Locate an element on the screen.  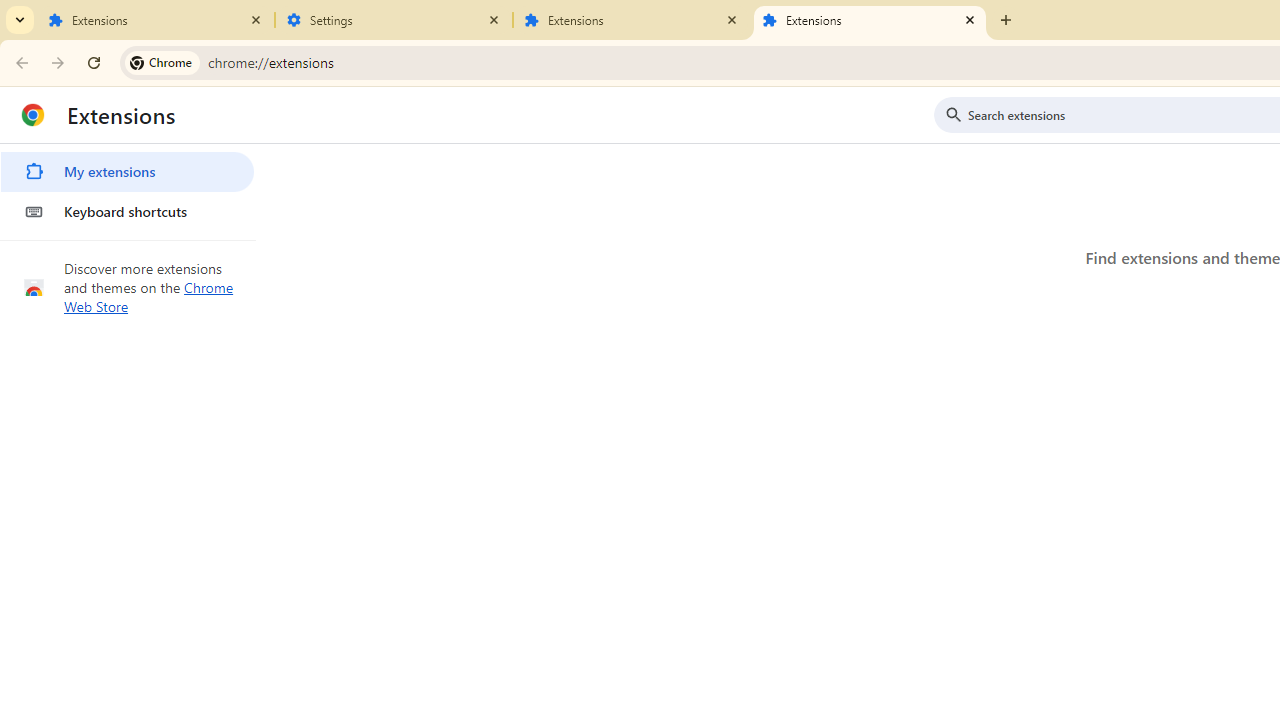
'Settings' is located at coordinates (394, 20).